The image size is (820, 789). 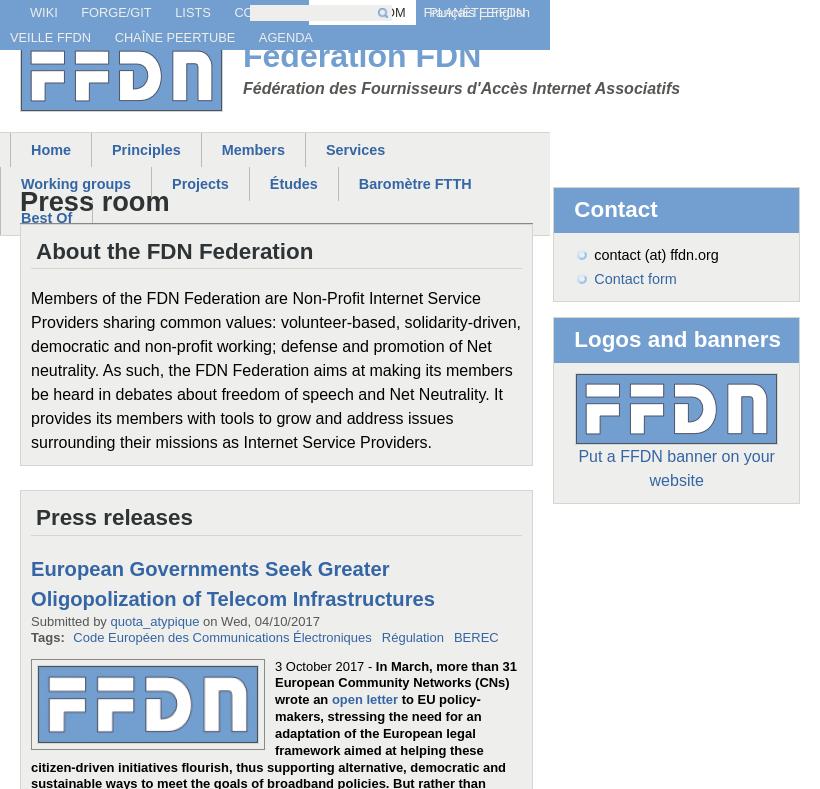 I want to click on 'Wiki', so click(x=42, y=11).